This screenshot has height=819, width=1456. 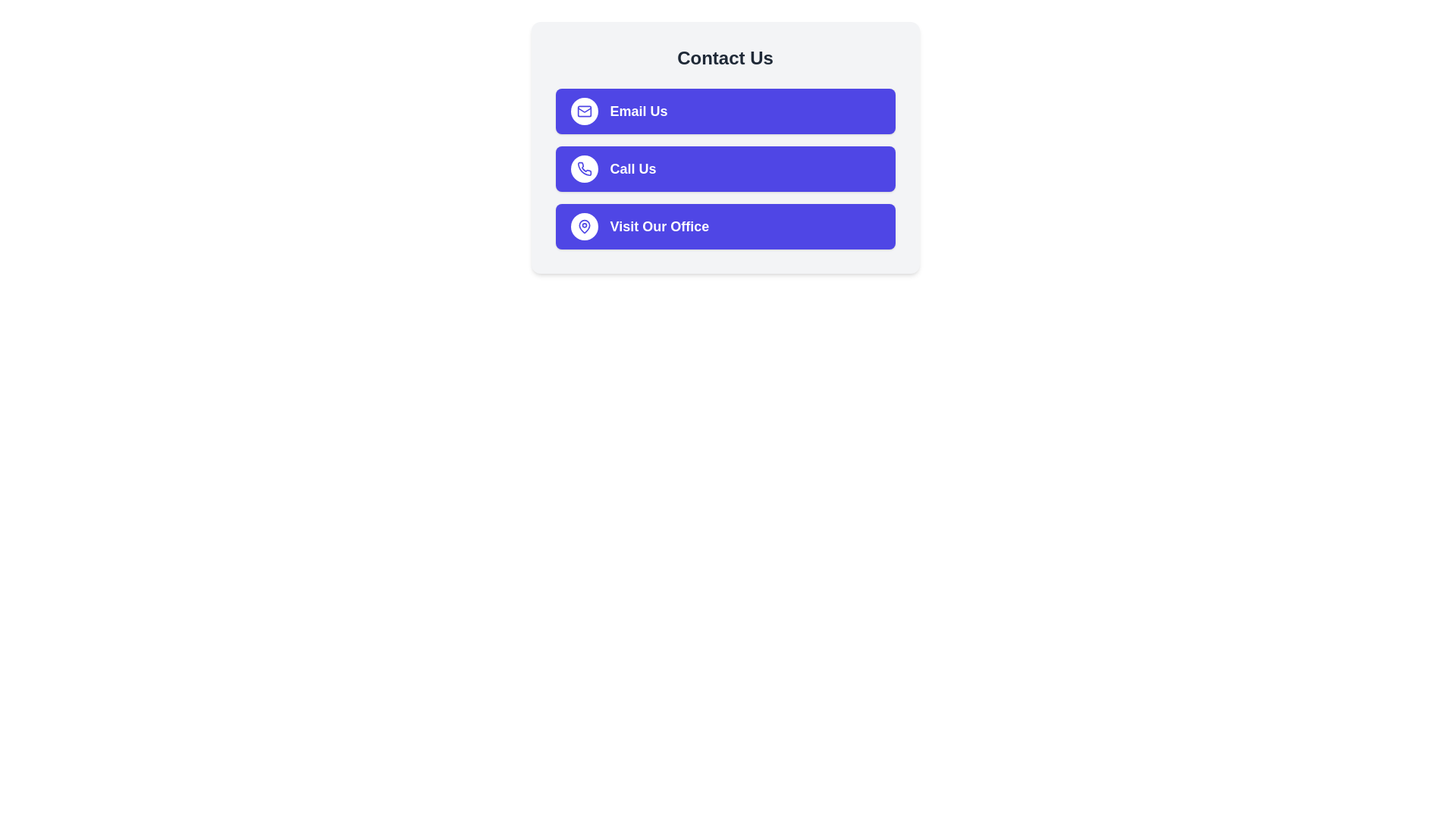 I want to click on the phone call button located in the center of the contact section, which is the second of three action buttons, to initiate the call, so click(x=724, y=169).